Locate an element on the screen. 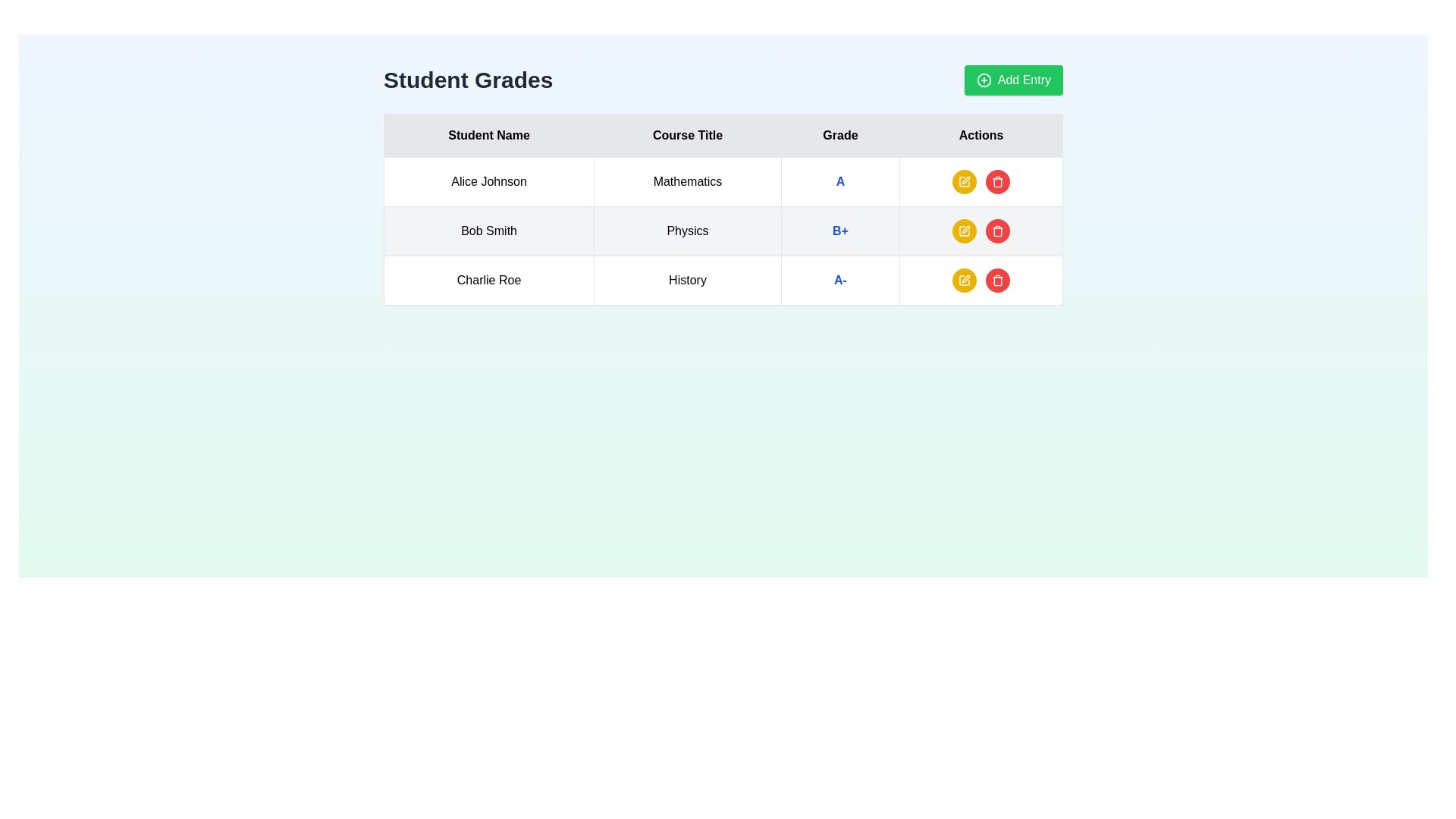 The height and width of the screenshot is (819, 1456). the delete icon located in the 'Actions' column of the data table, positioned at the rightmost side of the third row is located at coordinates (997, 180).